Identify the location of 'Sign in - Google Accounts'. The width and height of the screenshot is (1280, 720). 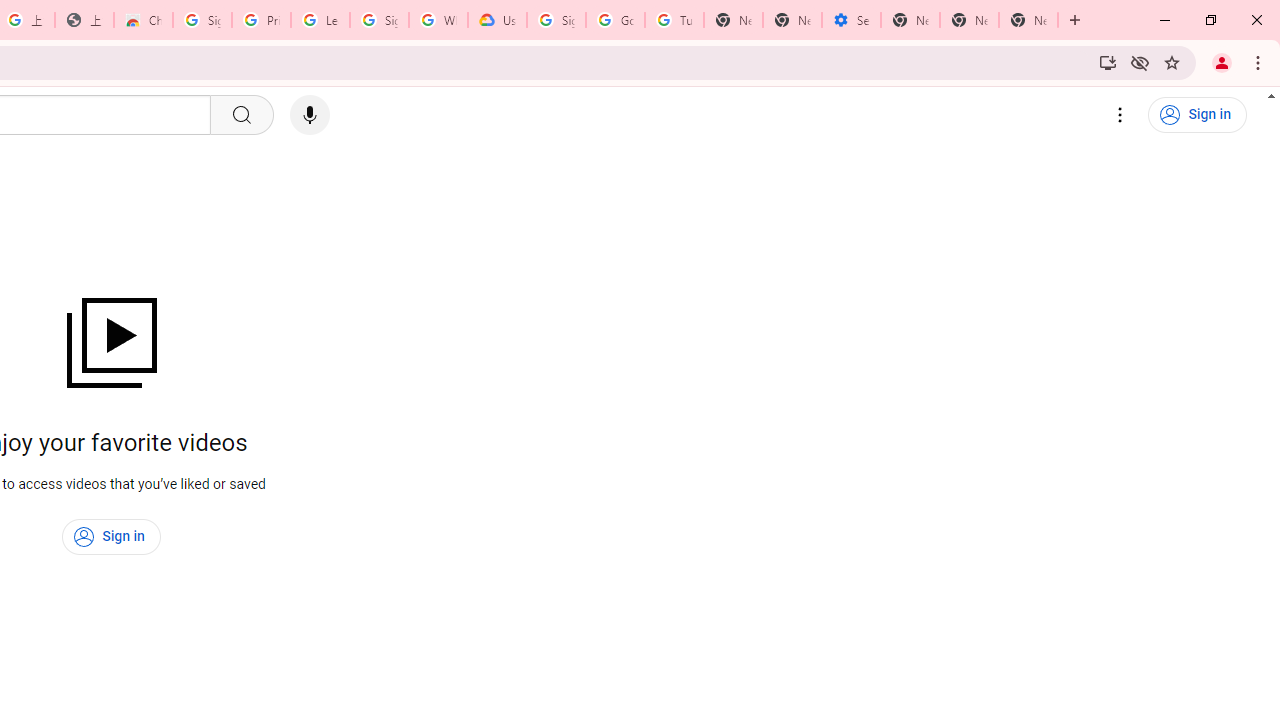
(202, 20).